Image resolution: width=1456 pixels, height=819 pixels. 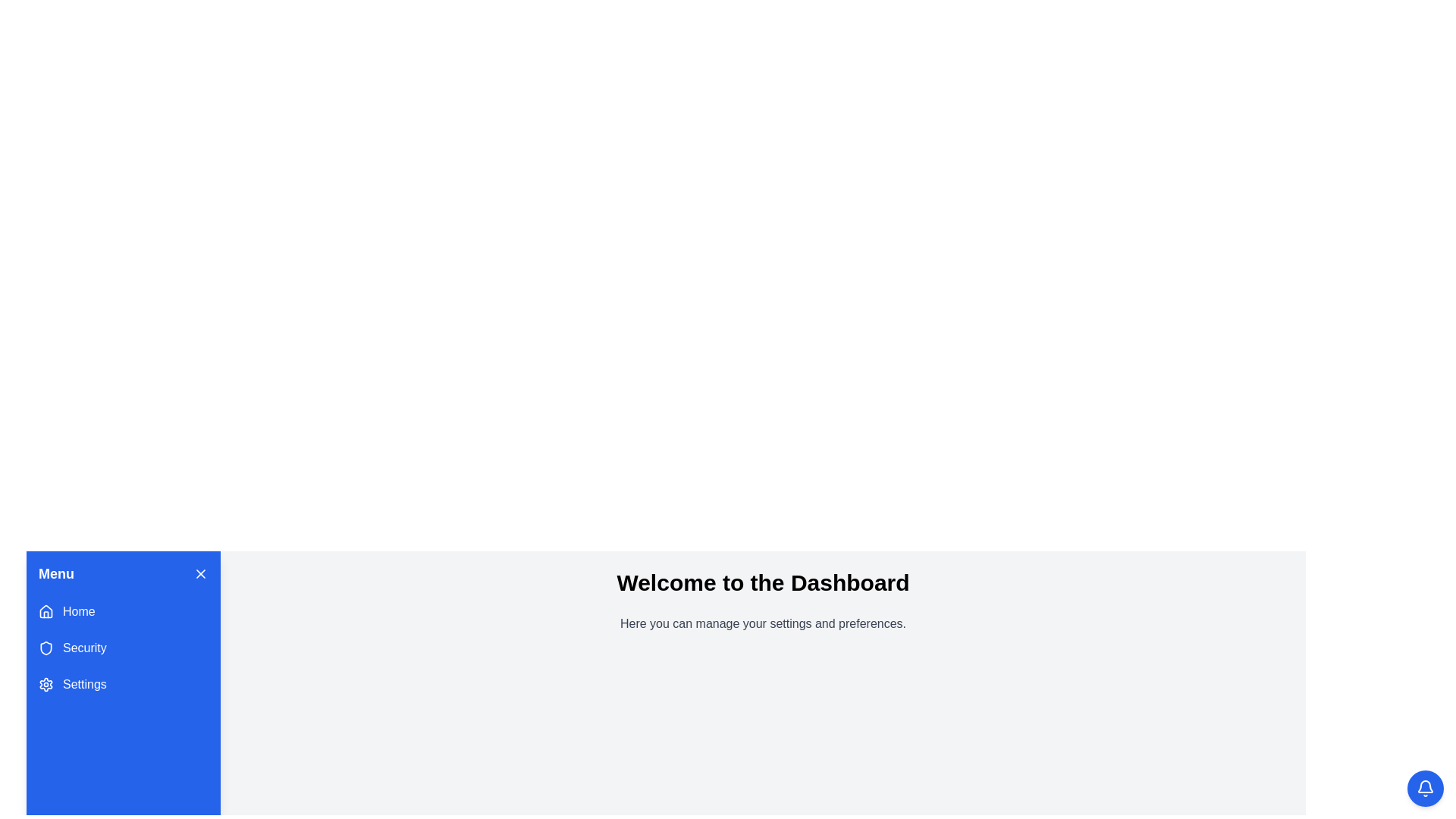 What do you see at coordinates (124, 684) in the screenshot?
I see `the 'Settings' menu item in the blue sidebar` at bounding box center [124, 684].